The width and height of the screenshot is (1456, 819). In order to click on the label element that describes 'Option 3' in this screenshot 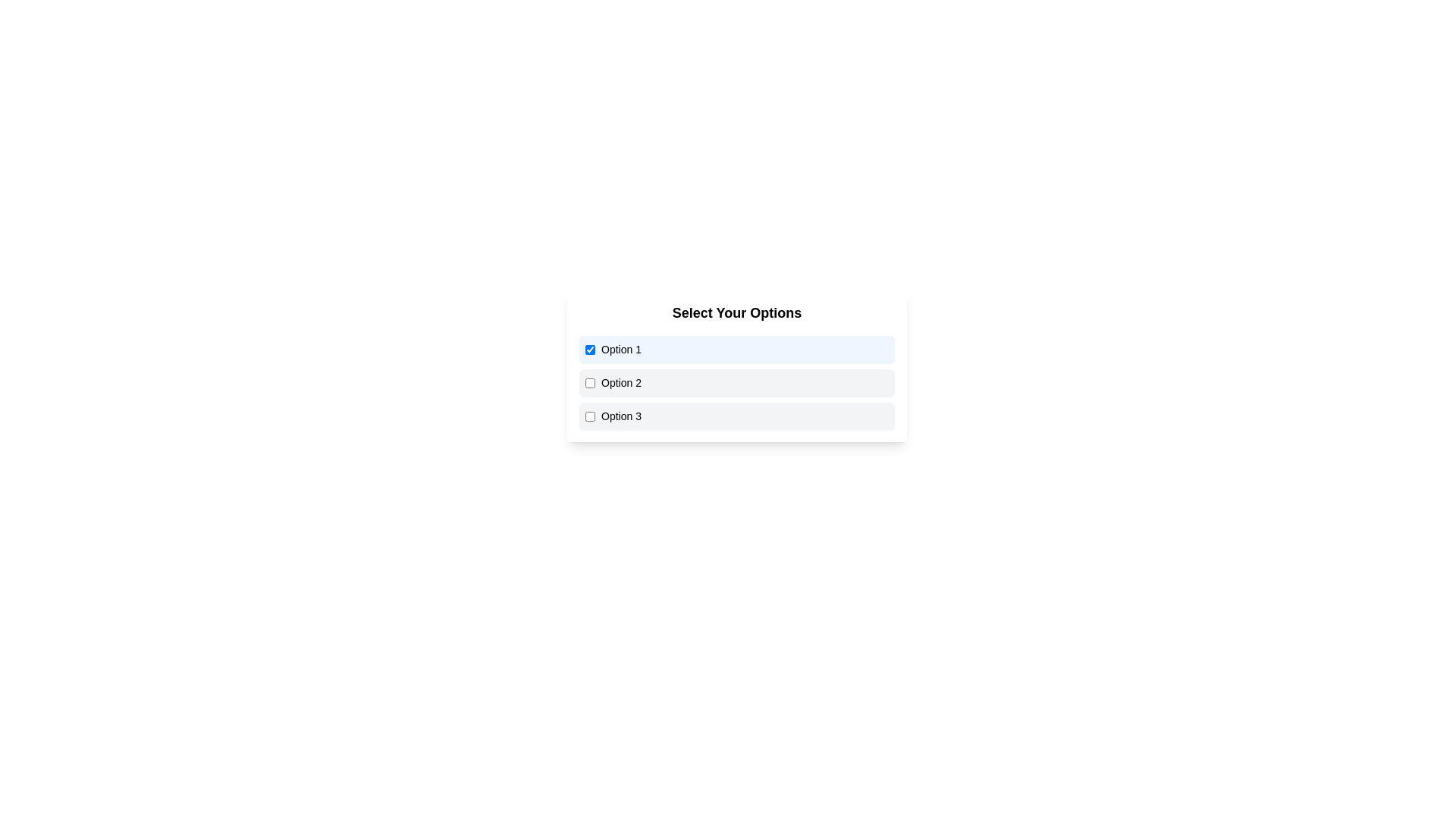, I will do `click(621, 416)`.